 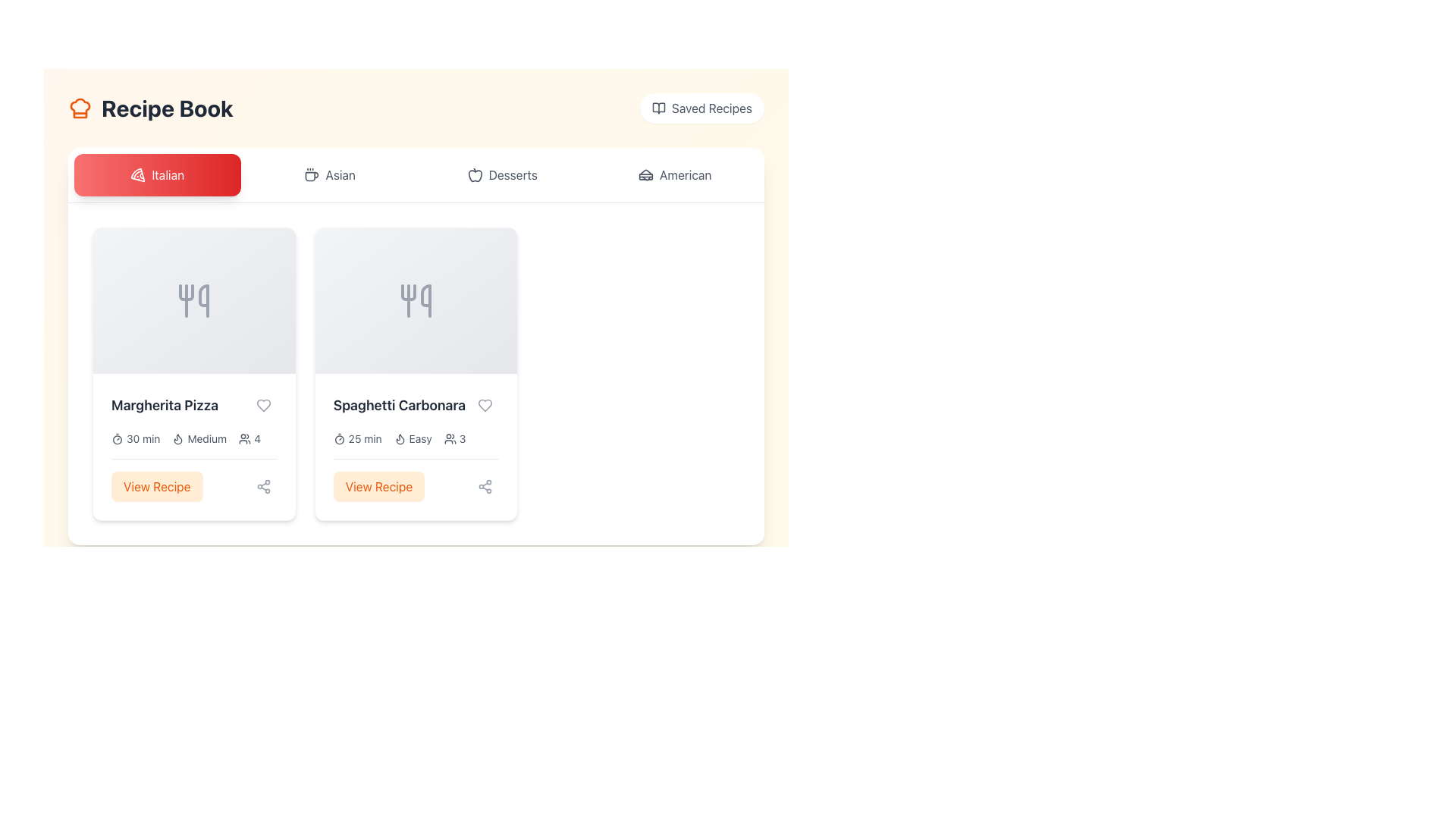 What do you see at coordinates (329, 174) in the screenshot?
I see `the Asian cuisine button located in the header section, second from the left` at bounding box center [329, 174].